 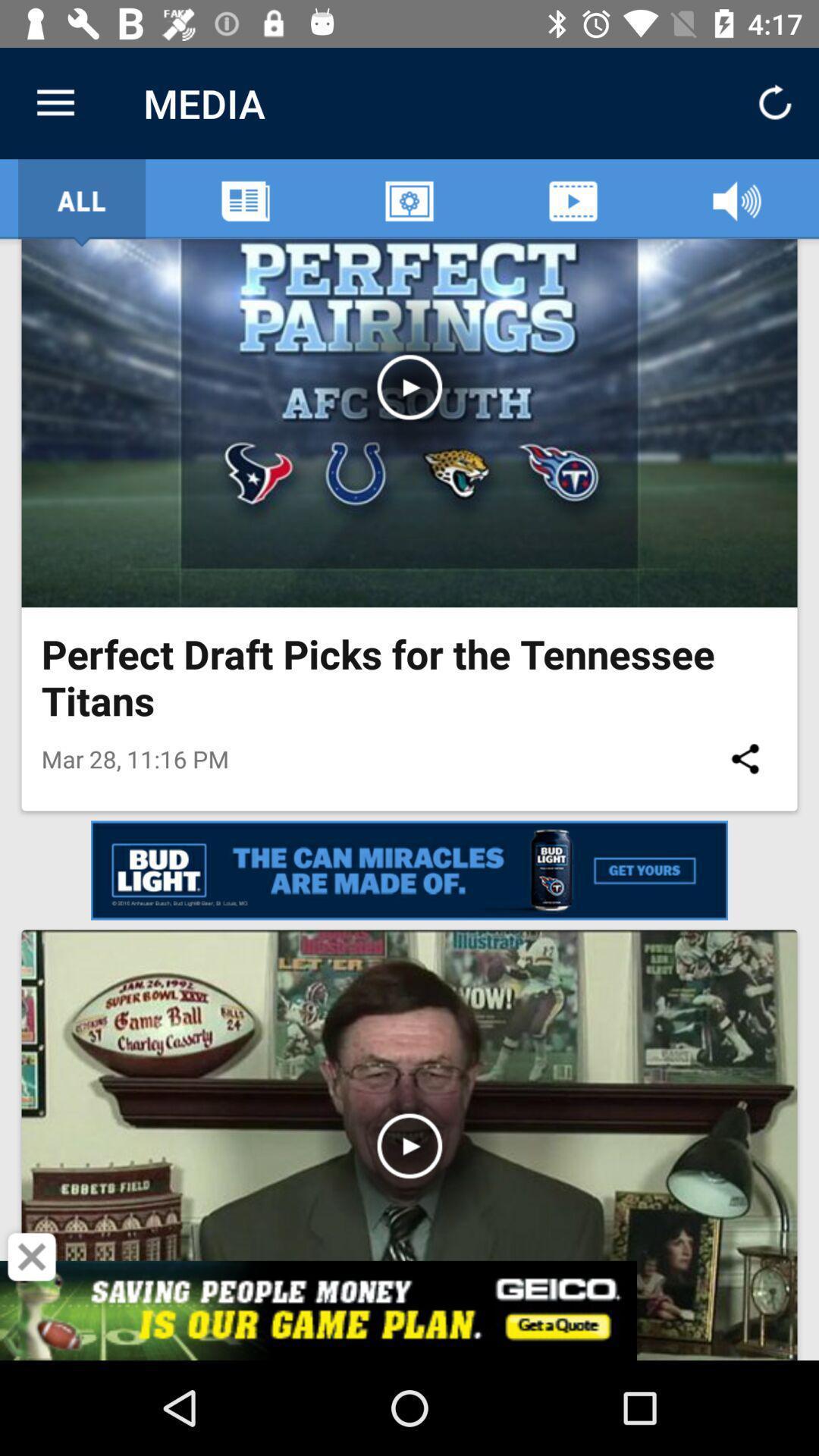 I want to click on the item to the left of the media icon, so click(x=55, y=102).